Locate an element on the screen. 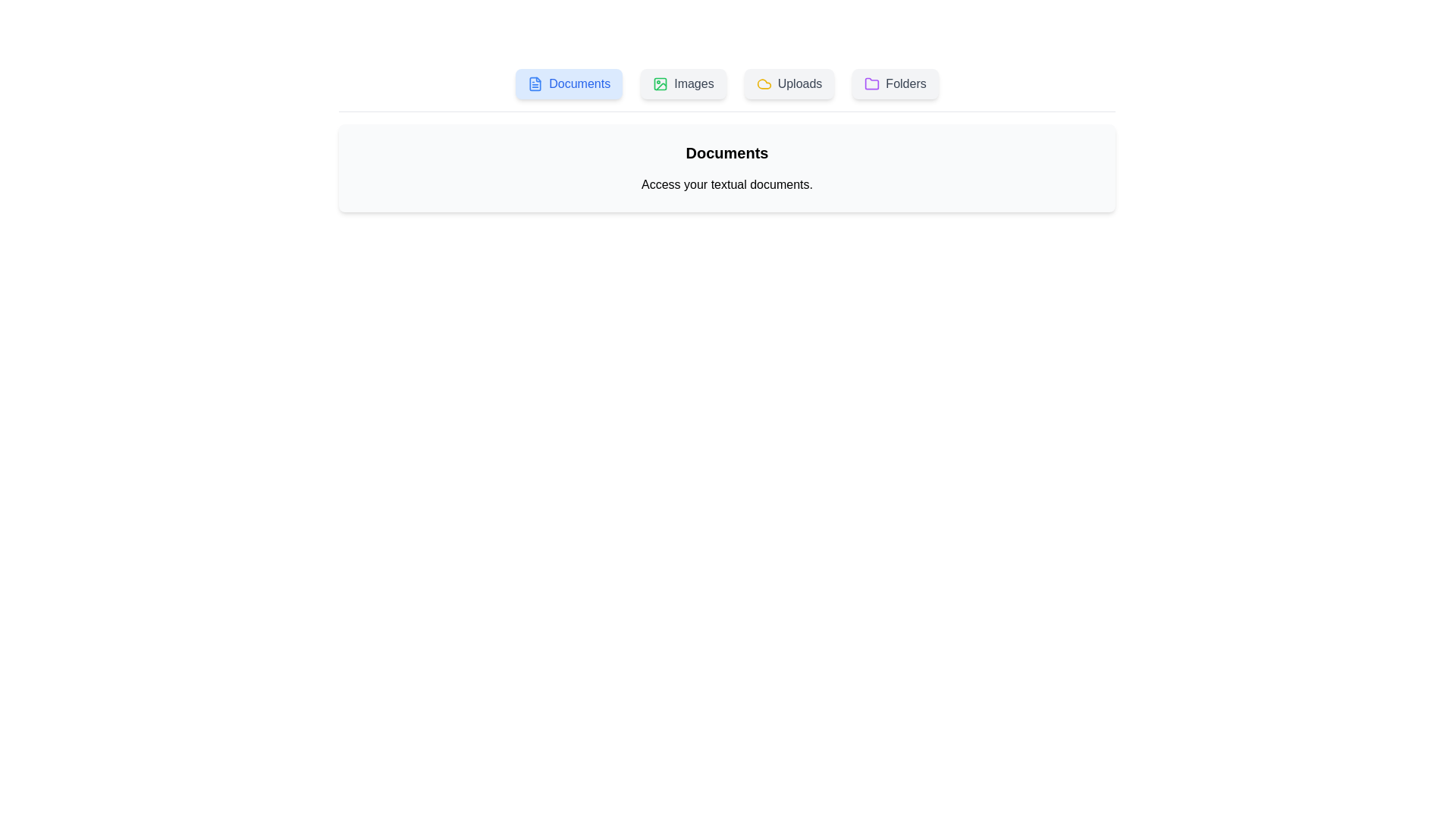  the 'Images' tab to view its content is located at coordinates (682, 84).